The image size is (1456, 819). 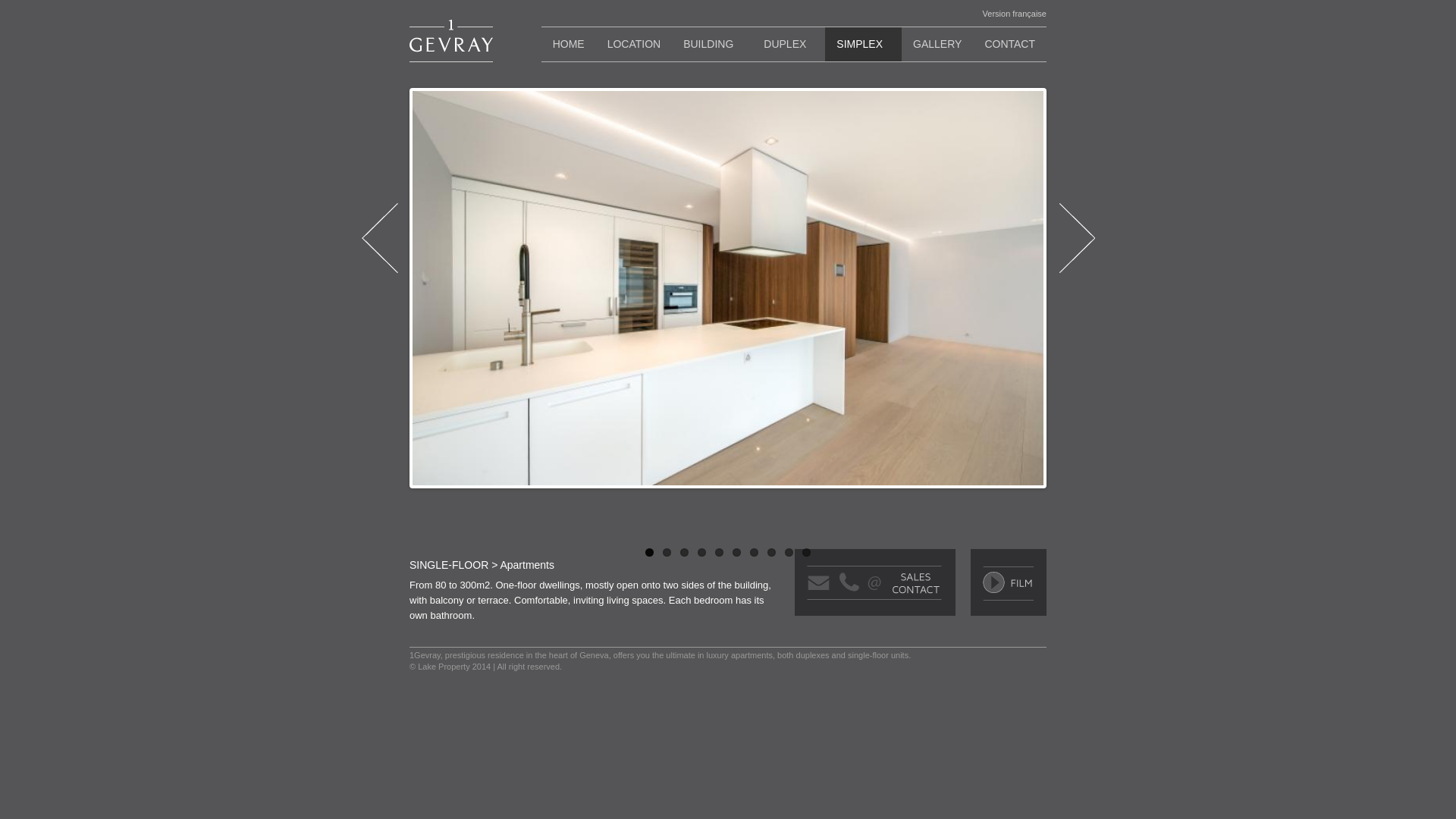 What do you see at coordinates (634, 42) in the screenshot?
I see `'LOCATION'` at bounding box center [634, 42].